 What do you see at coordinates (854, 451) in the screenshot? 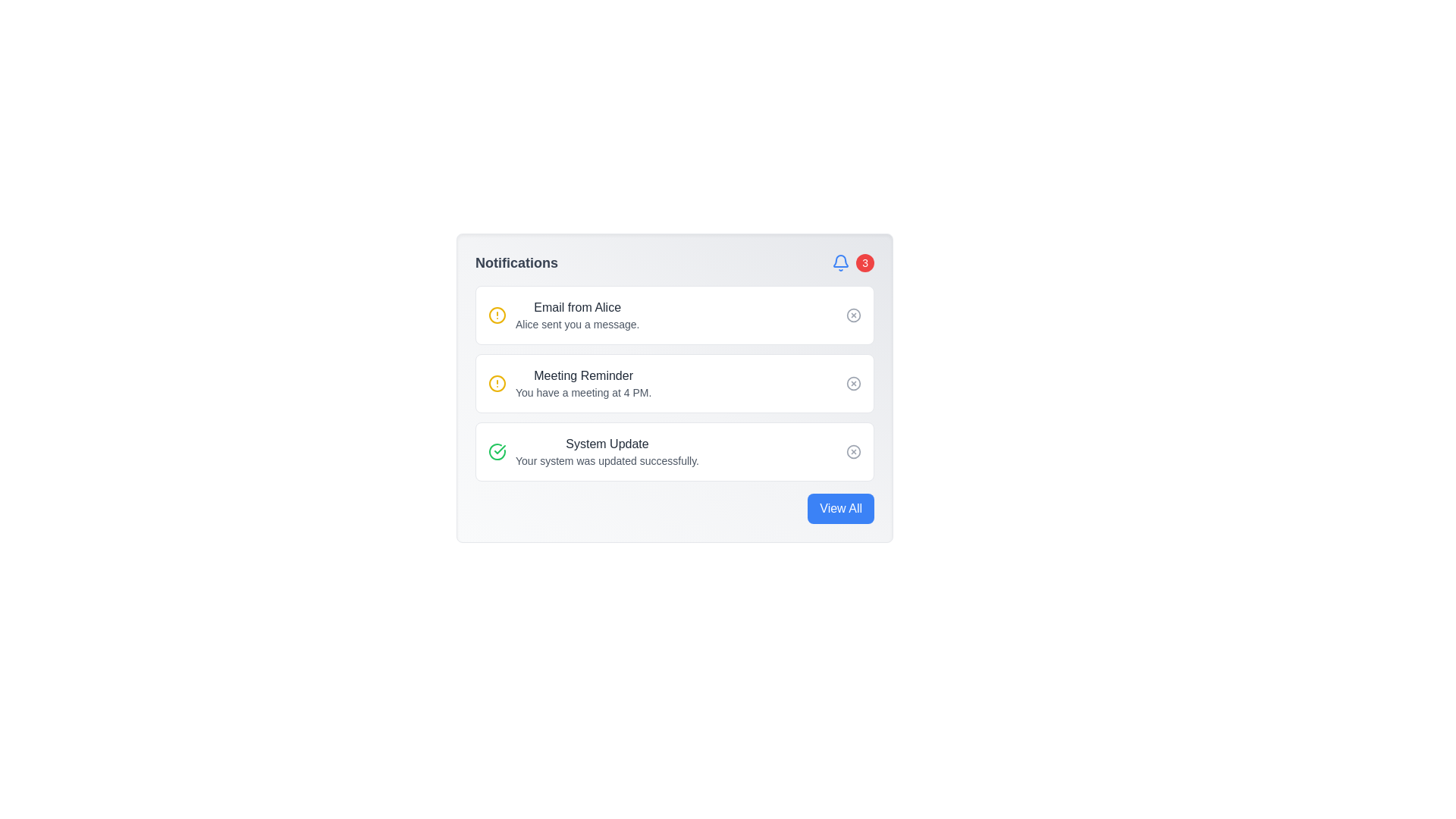
I see `the dismiss button located in the bottom-right corner of the 'System Update' notification card` at bounding box center [854, 451].